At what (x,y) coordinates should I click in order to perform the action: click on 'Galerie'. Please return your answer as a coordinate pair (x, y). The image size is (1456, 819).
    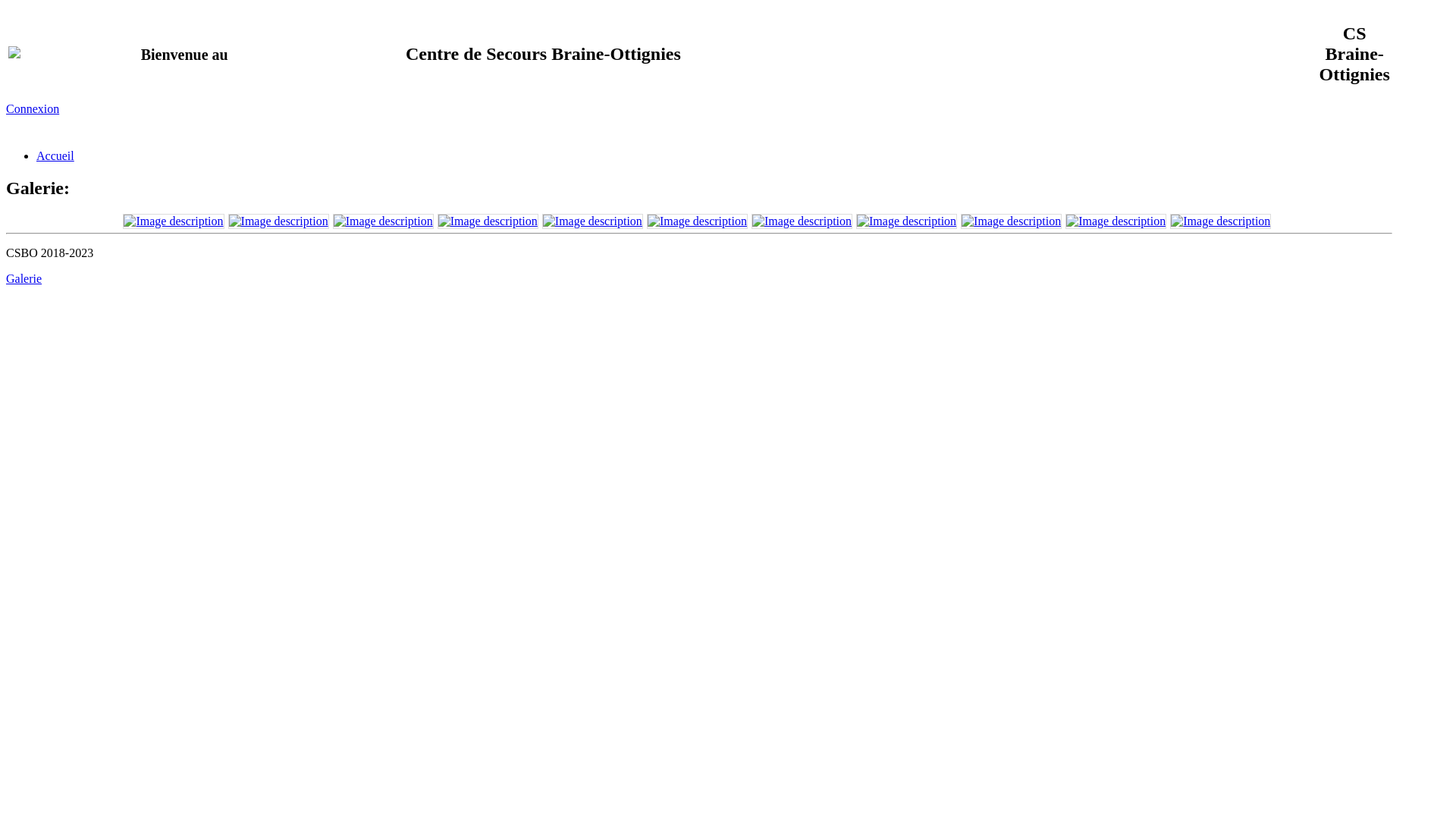
    Looking at the image, I should click on (24, 278).